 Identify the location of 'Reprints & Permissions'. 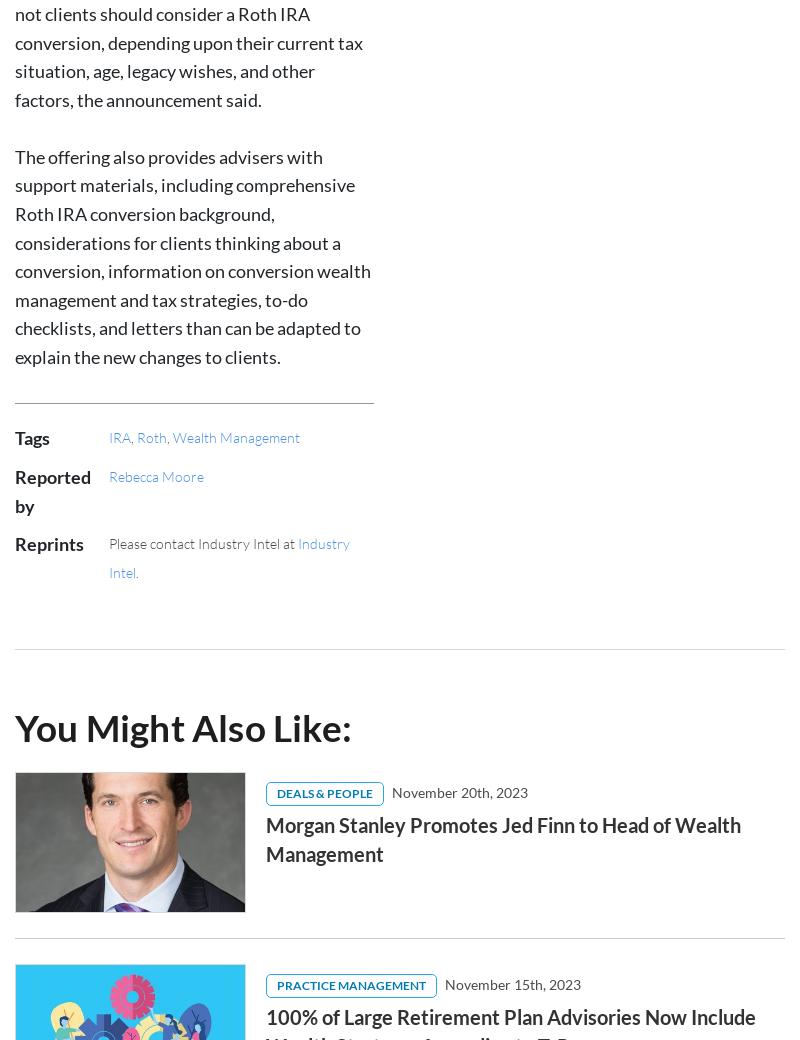
(313, 866).